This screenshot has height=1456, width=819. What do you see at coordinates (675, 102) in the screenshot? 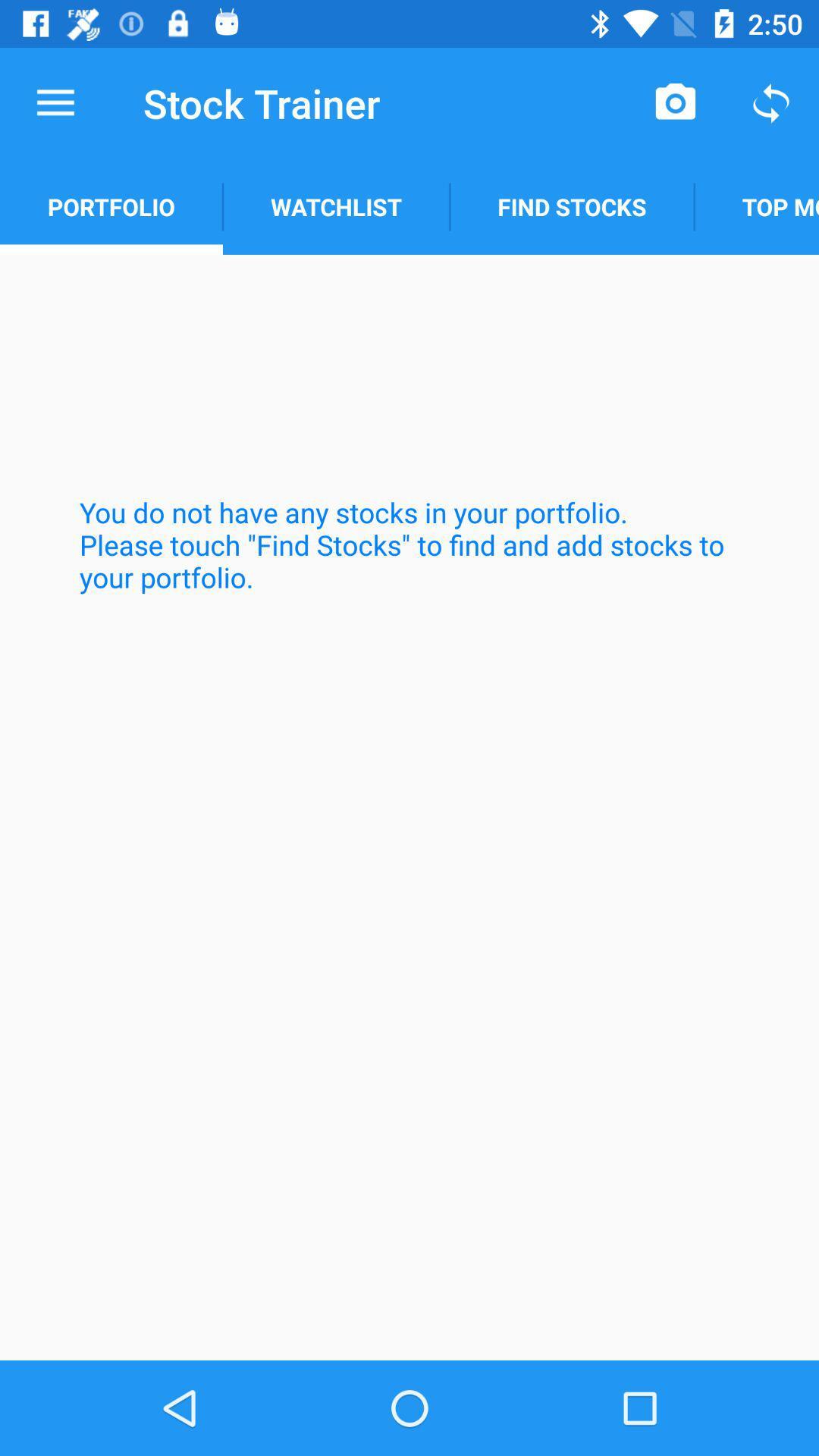
I see `item to the right of the watchlist` at bounding box center [675, 102].